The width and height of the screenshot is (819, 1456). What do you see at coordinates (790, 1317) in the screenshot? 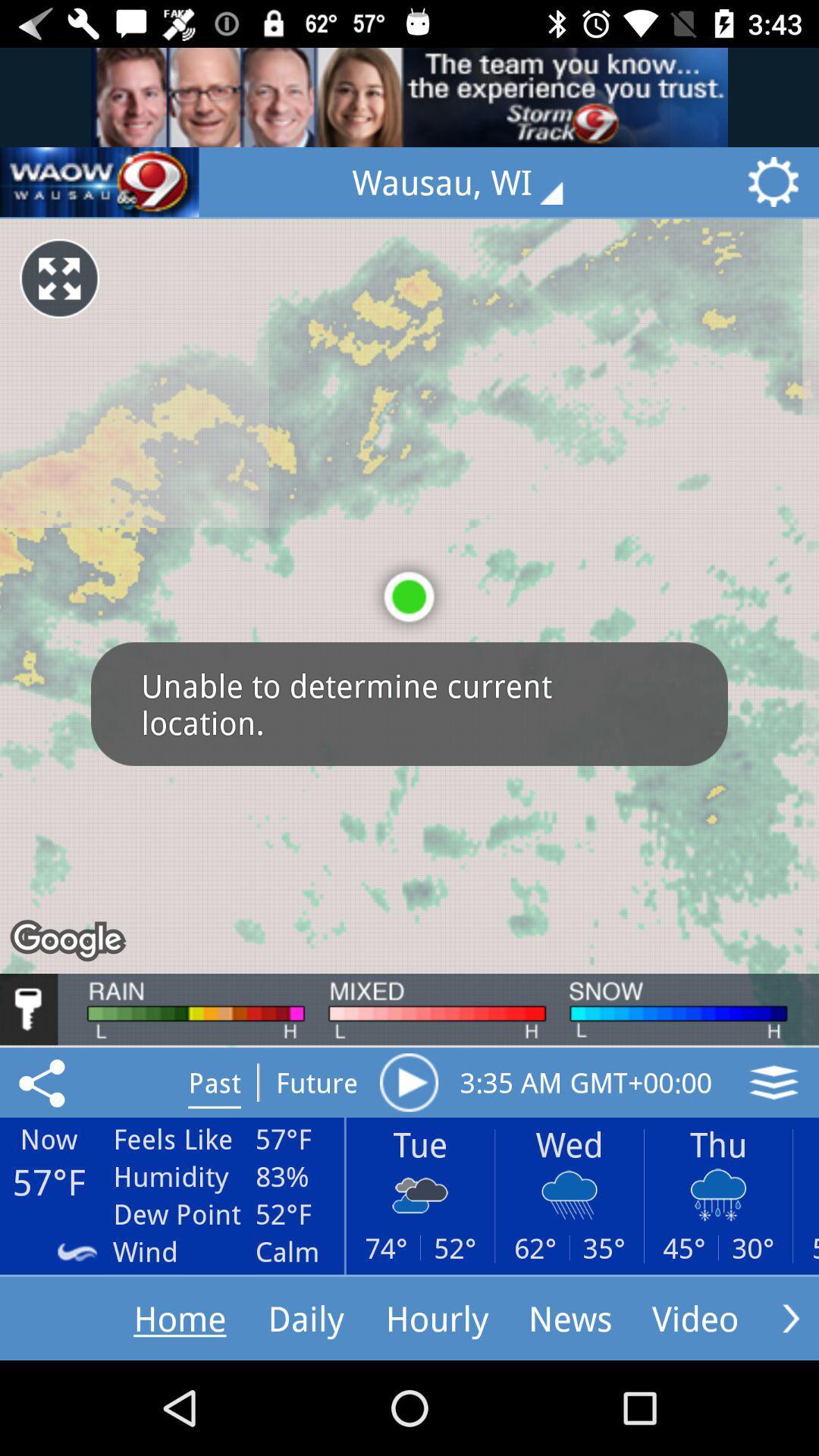
I see `the arrow_forward icon` at bounding box center [790, 1317].